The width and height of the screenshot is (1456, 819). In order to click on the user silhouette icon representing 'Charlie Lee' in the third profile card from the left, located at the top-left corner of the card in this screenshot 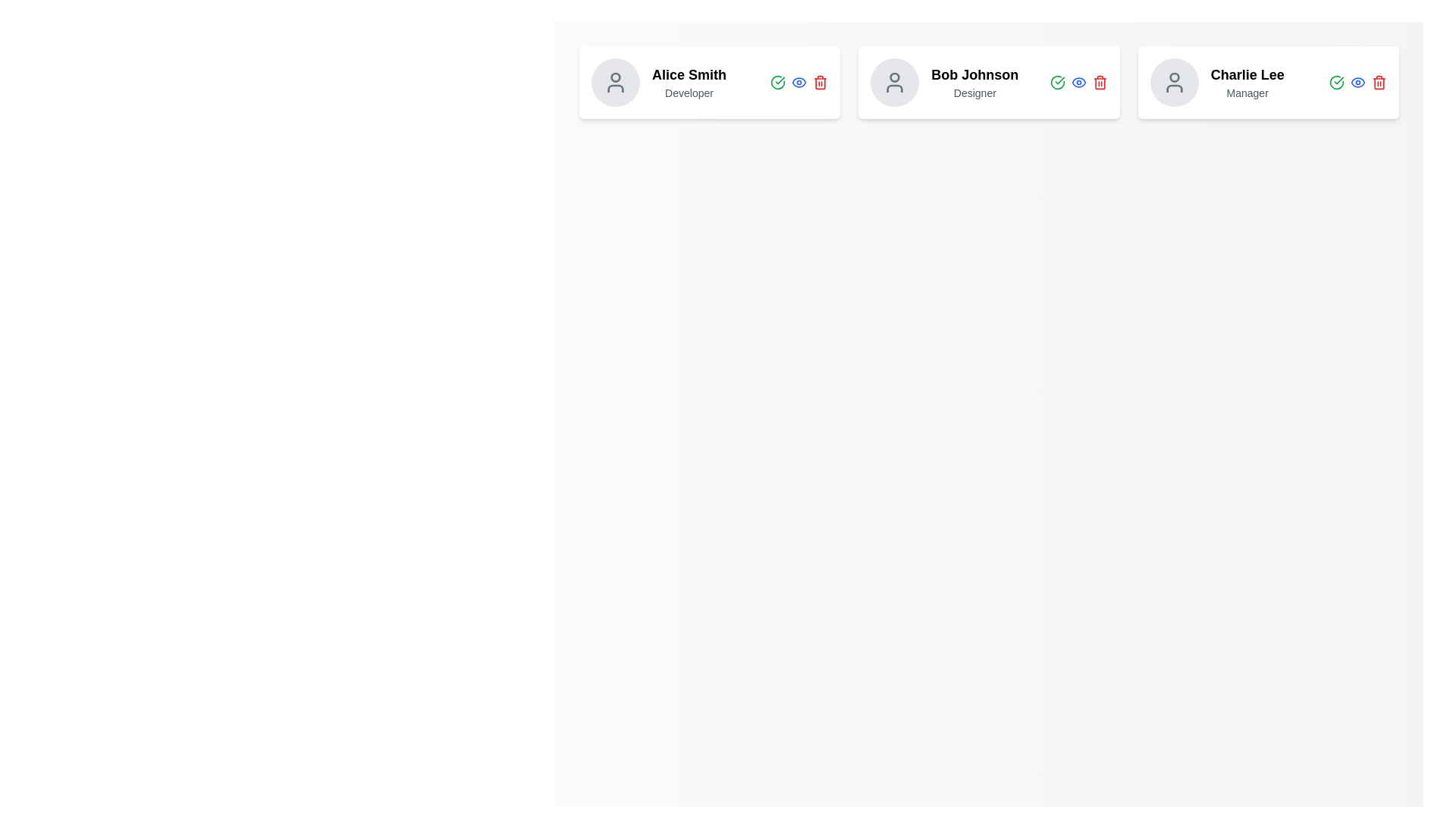, I will do `click(1173, 82)`.